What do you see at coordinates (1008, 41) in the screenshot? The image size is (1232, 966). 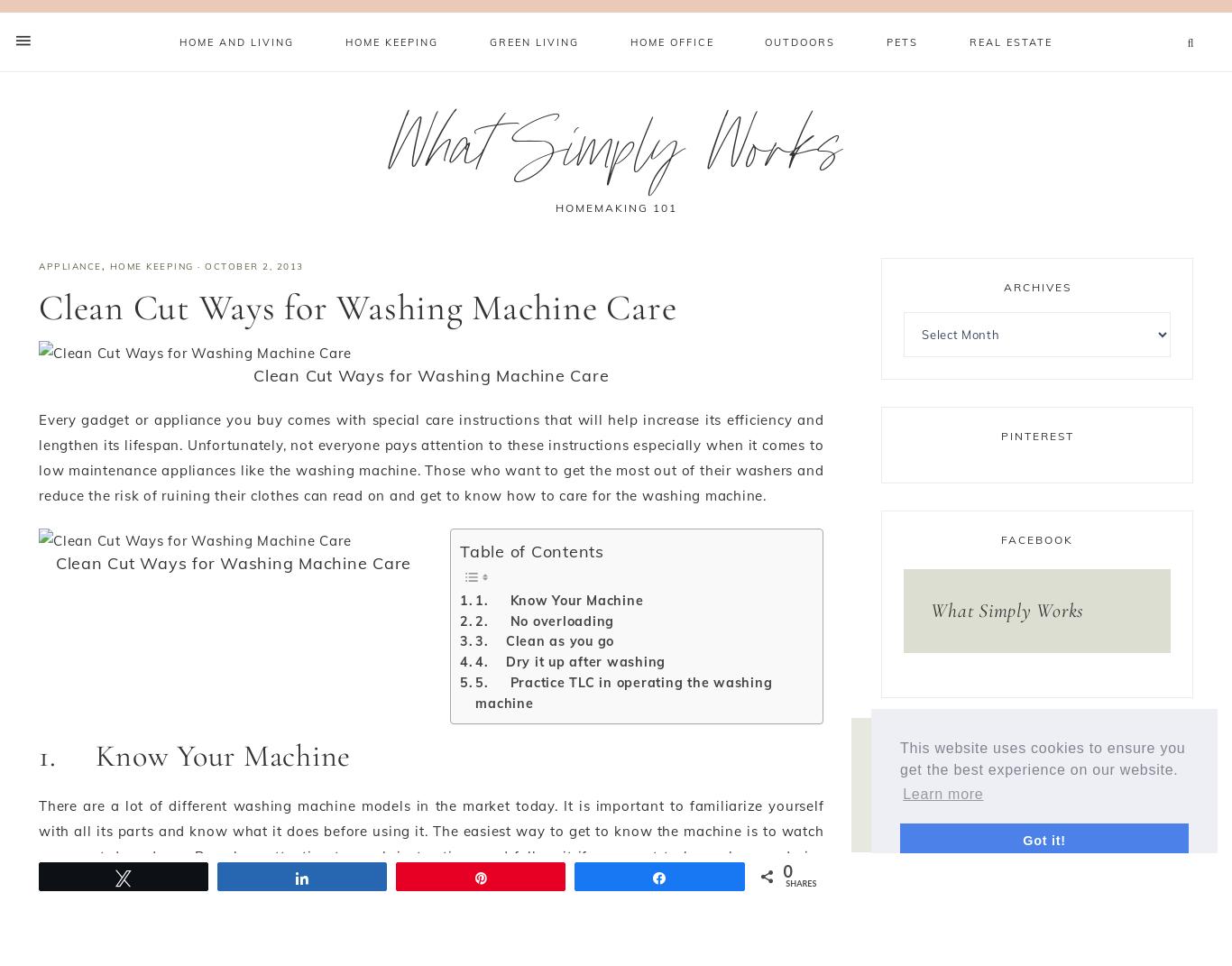 I see `'Real Estate'` at bounding box center [1008, 41].